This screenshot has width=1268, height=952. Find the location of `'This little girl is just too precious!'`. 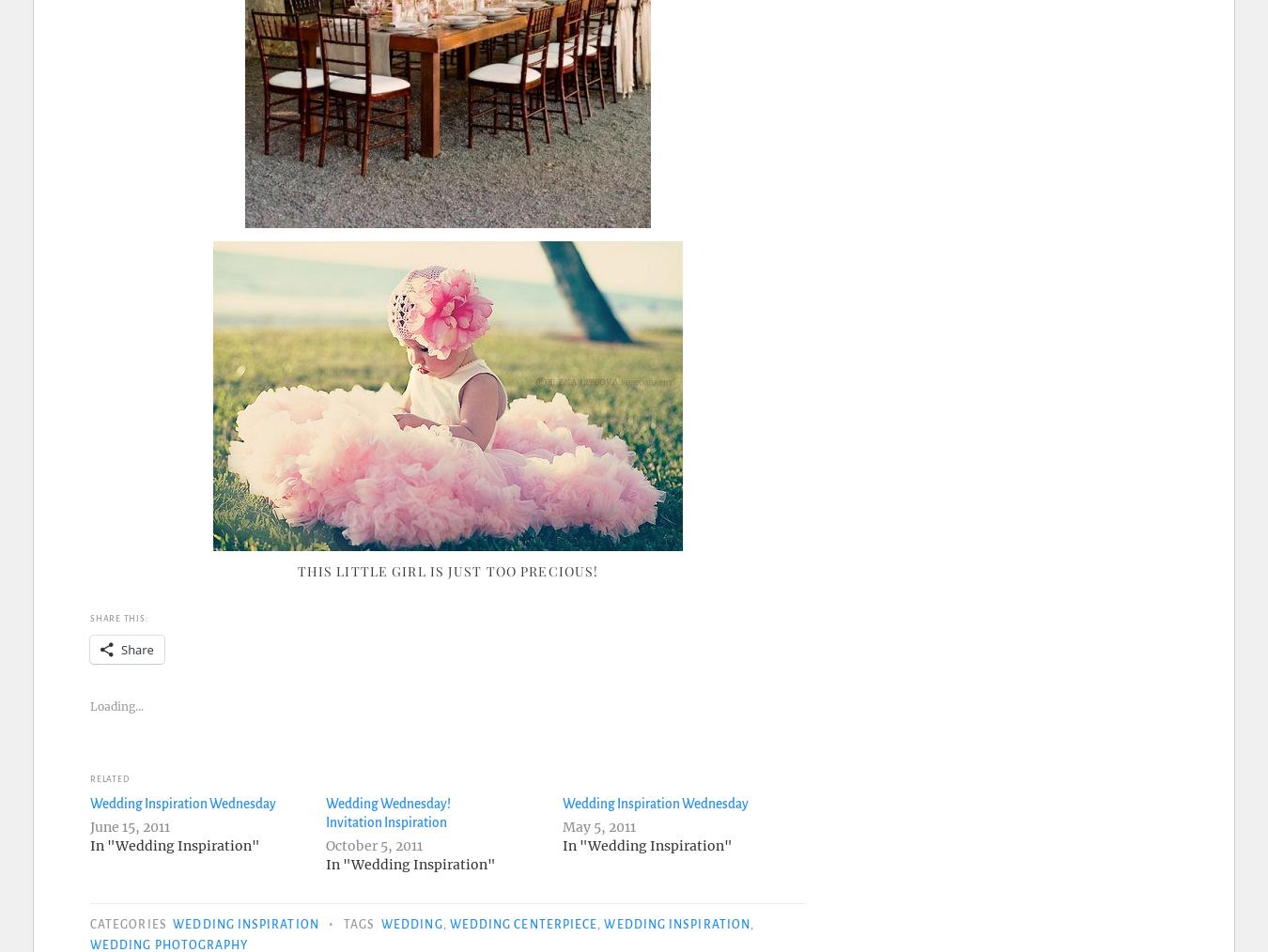

'This little girl is just too precious!' is located at coordinates (446, 571).